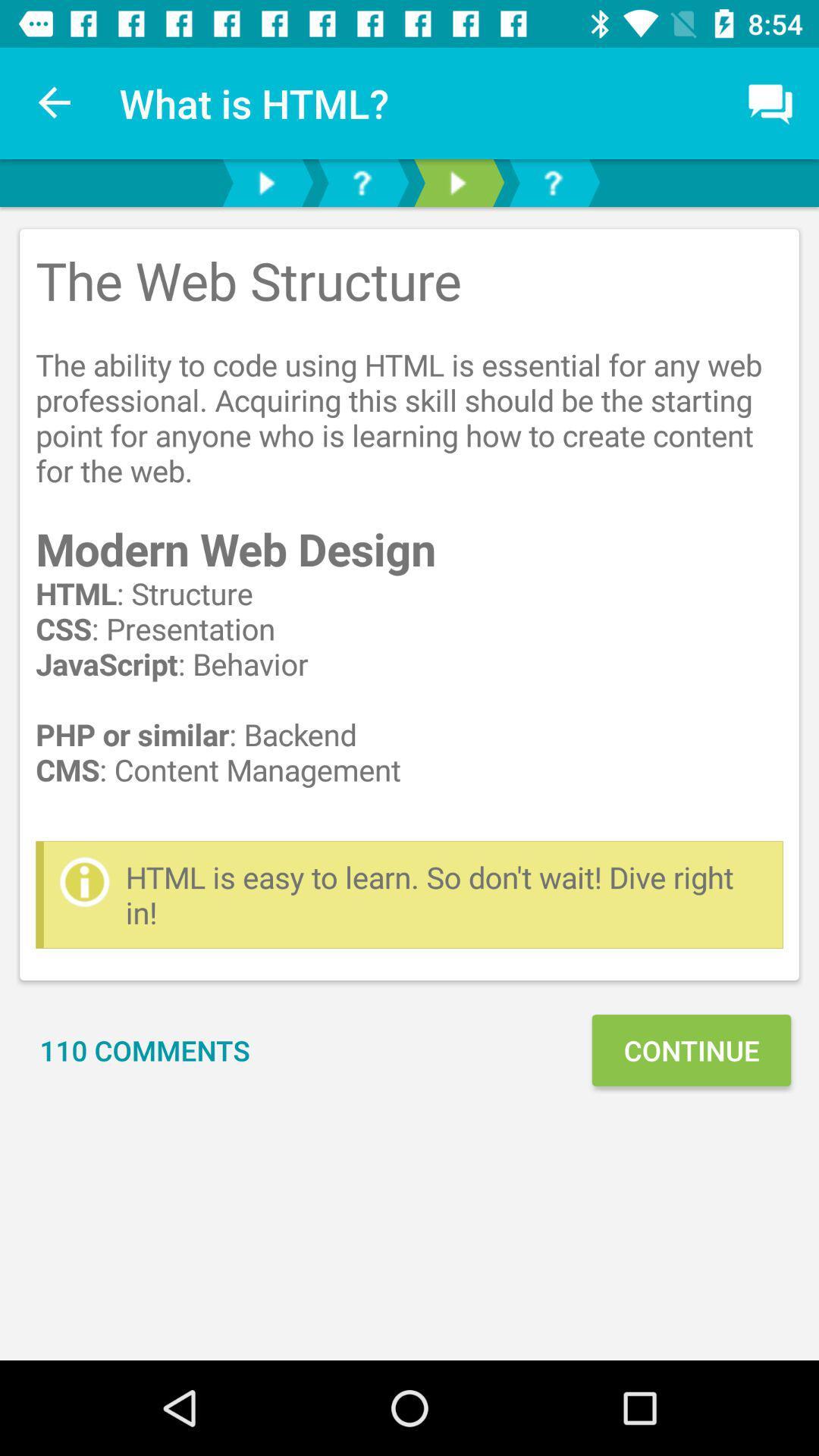 The image size is (819, 1456). I want to click on the item next to continue item, so click(145, 1050).